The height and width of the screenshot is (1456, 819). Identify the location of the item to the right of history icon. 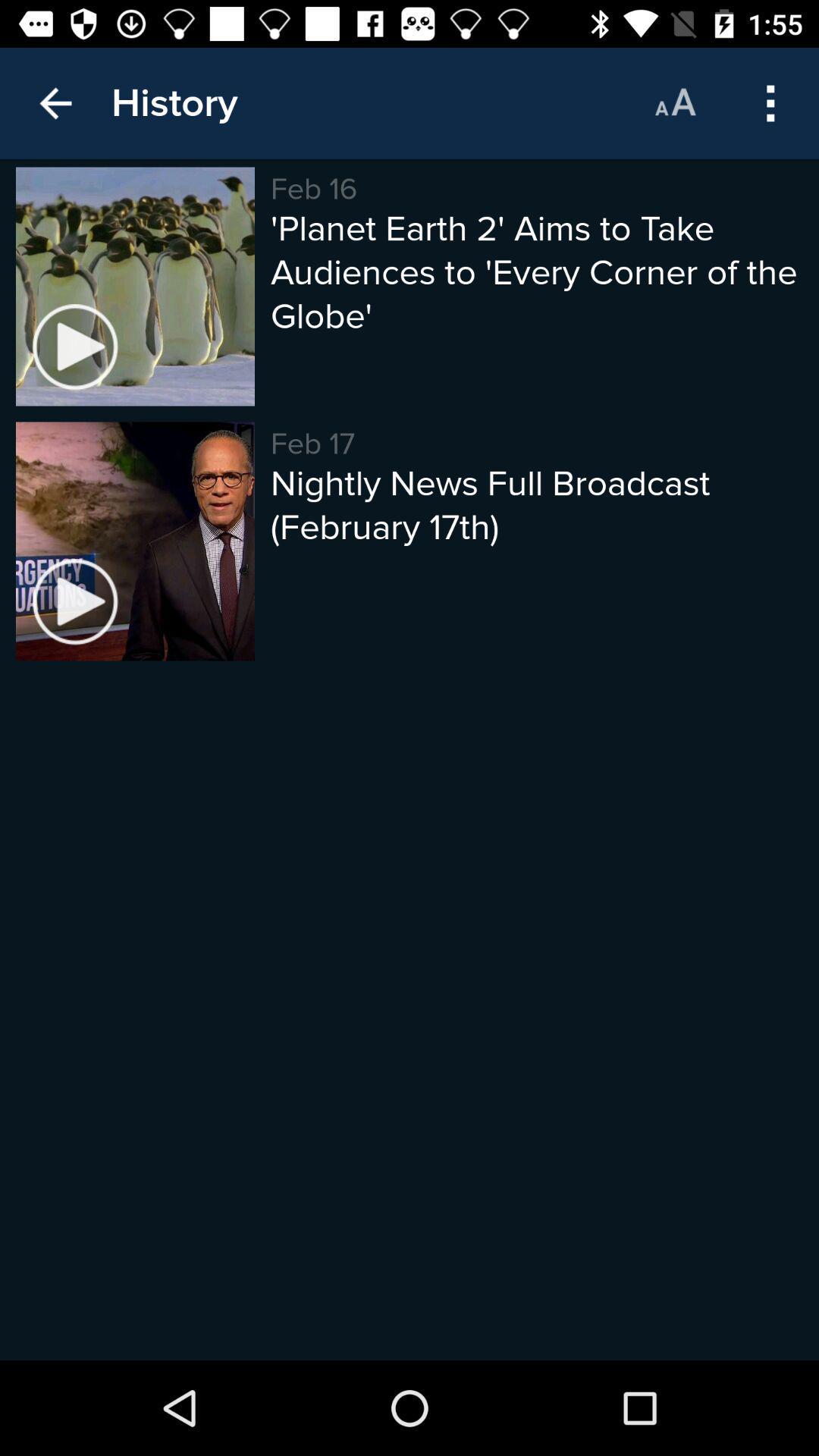
(674, 102).